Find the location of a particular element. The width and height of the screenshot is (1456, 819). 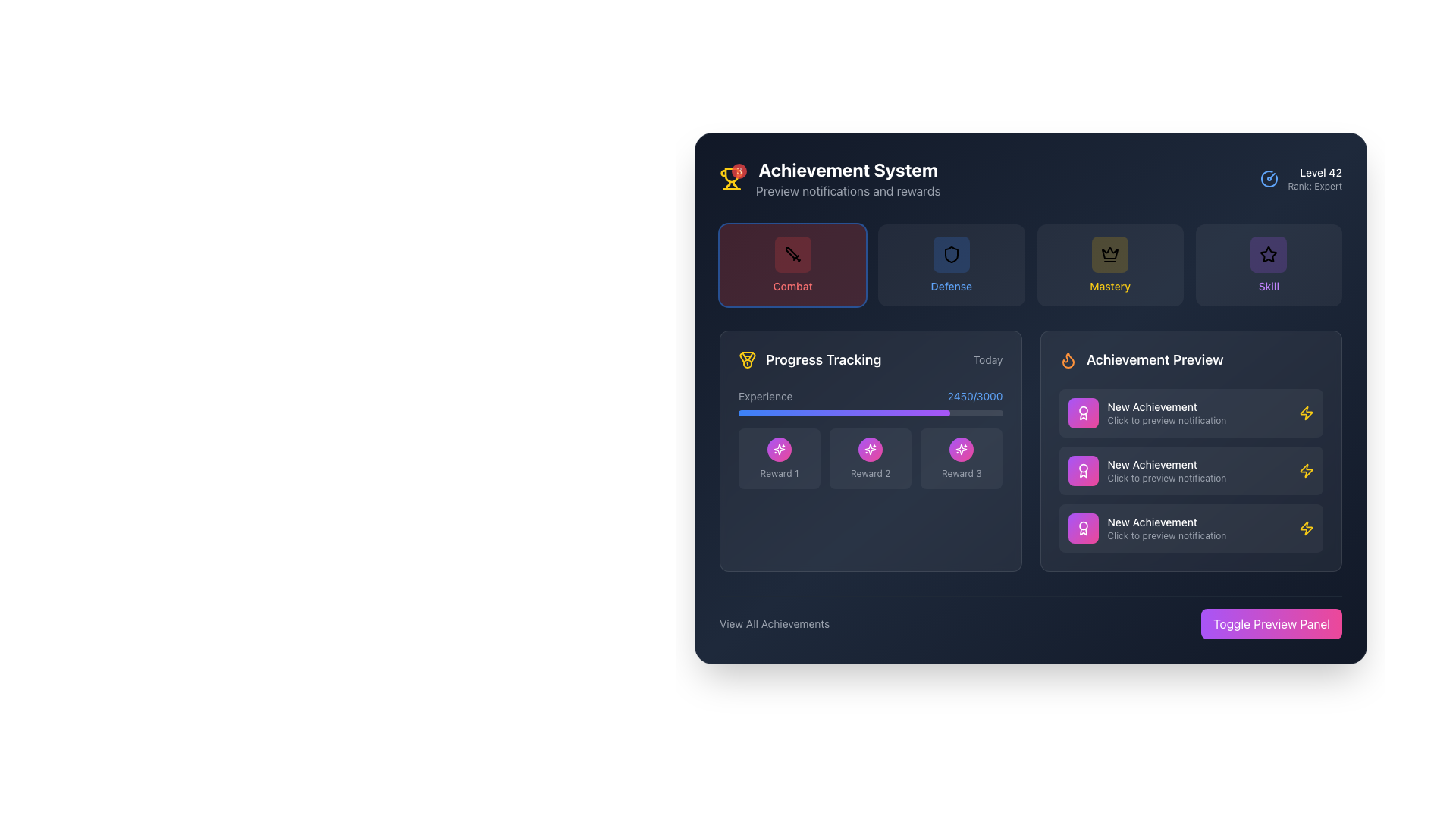

the starburst-shaped reward icon located above the label 'Reward 2', which is the middle icon in a trio of reward icons is located at coordinates (780, 449).